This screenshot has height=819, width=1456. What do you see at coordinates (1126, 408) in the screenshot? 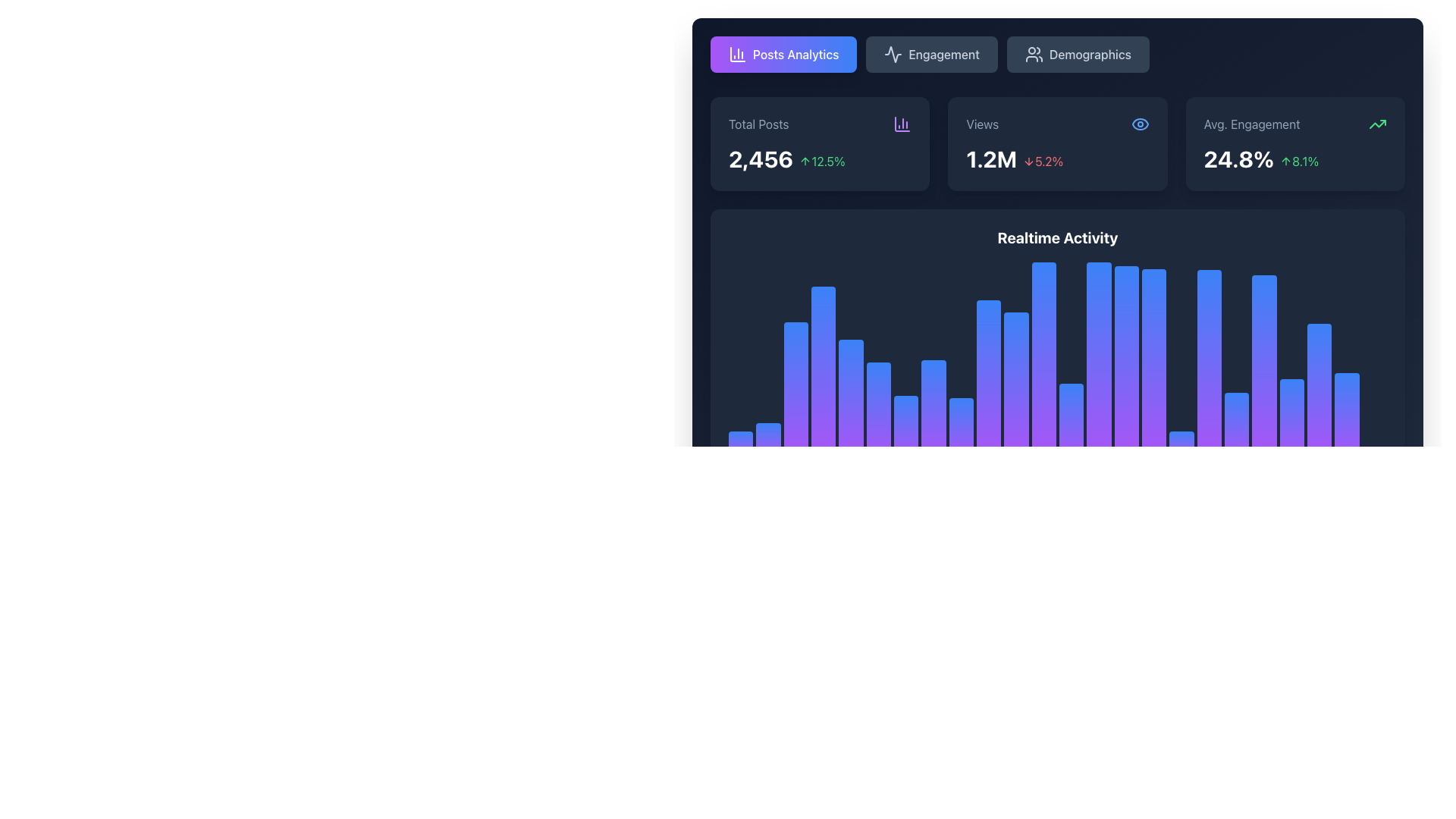
I see `the 15th bar in the 'Realtime Activity' section of the dashboard` at bounding box center [1126, 408].